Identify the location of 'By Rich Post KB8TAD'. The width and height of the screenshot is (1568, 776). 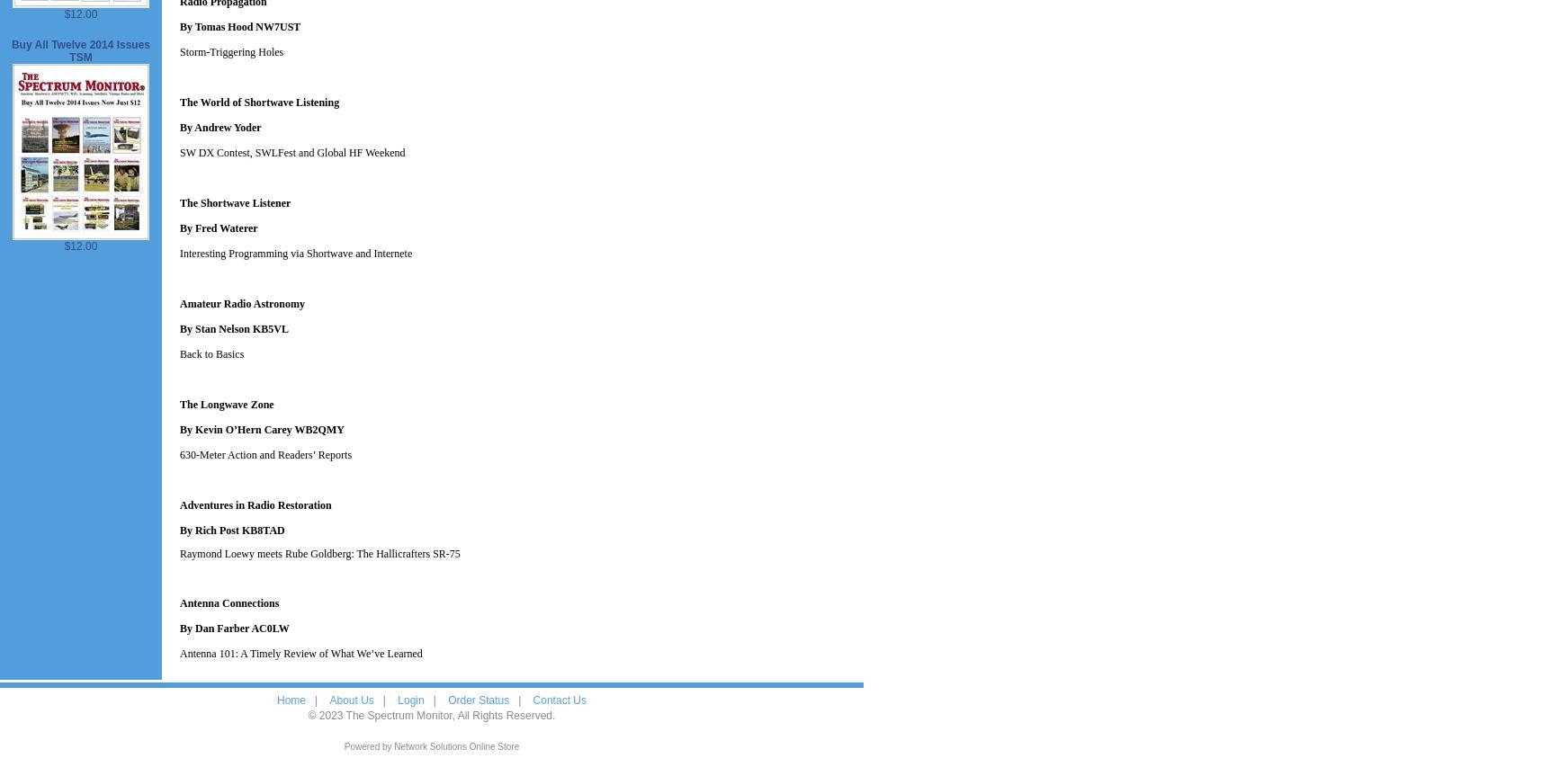
(230, 531).